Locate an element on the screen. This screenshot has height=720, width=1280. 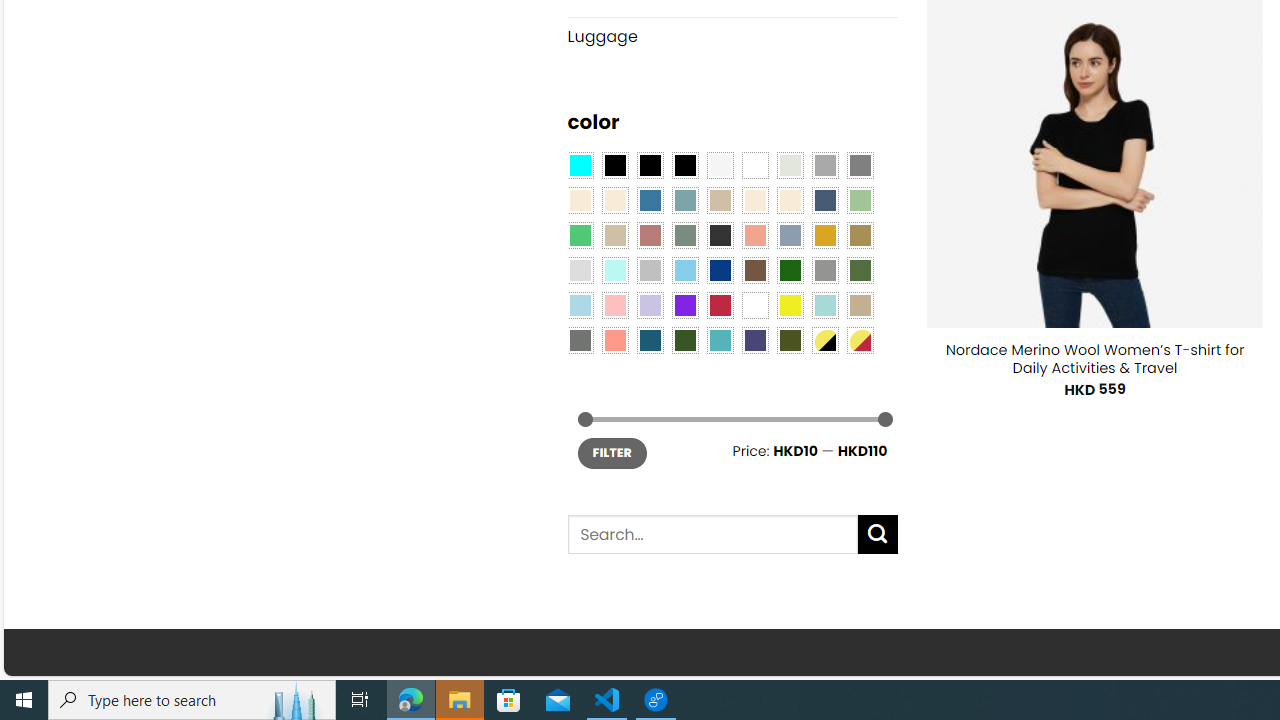
'Sage' is located at coordinates (684, 233).